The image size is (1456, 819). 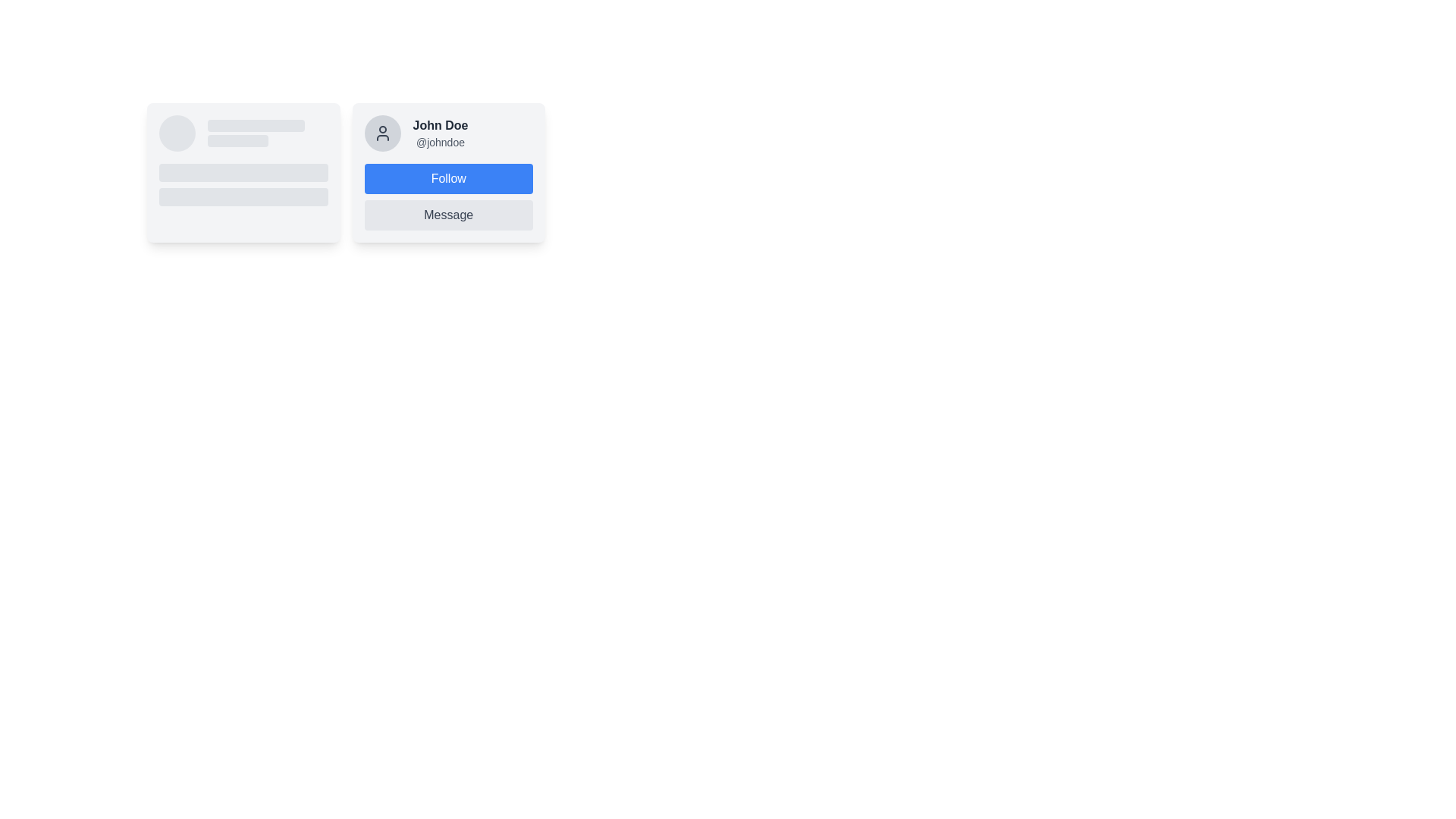 I want to click on the static text label displaying the name 'John Doe' which is positioned at the top of the profile card, so click(x=439, y=124).